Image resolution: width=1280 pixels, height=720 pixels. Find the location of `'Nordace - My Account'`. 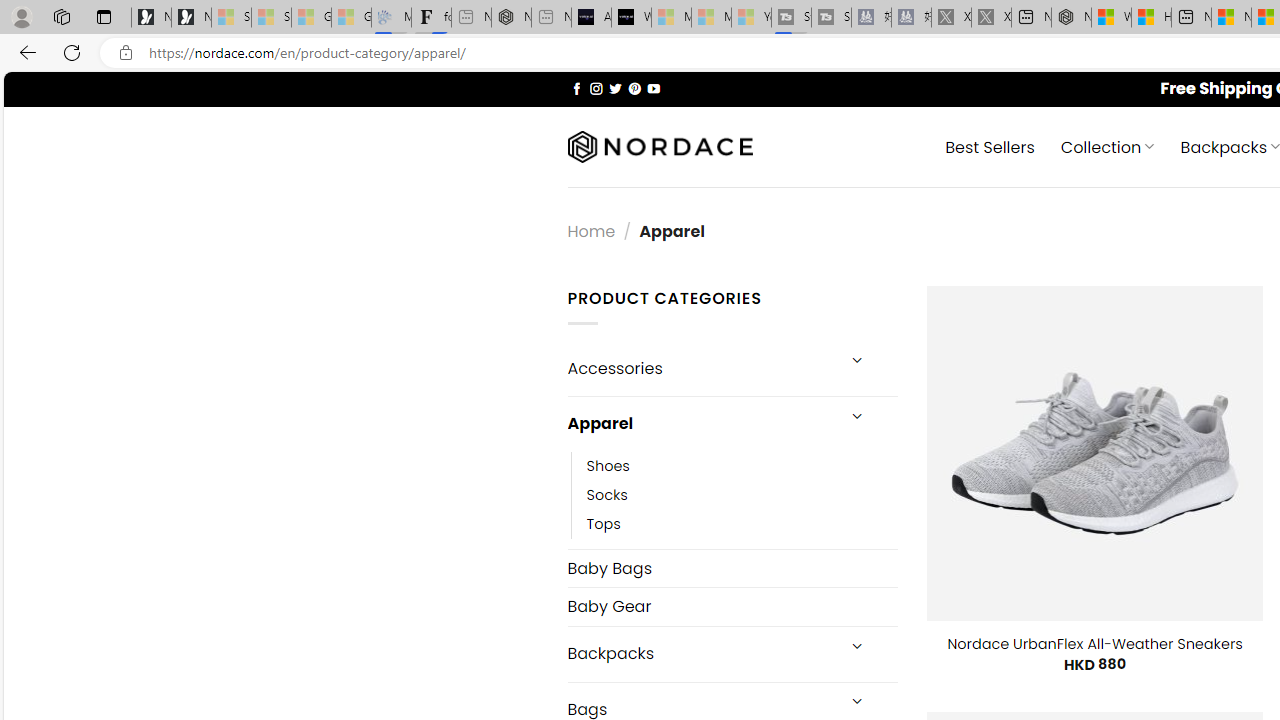

'Nordace - My Account' is located at coordinates (1070, 17).